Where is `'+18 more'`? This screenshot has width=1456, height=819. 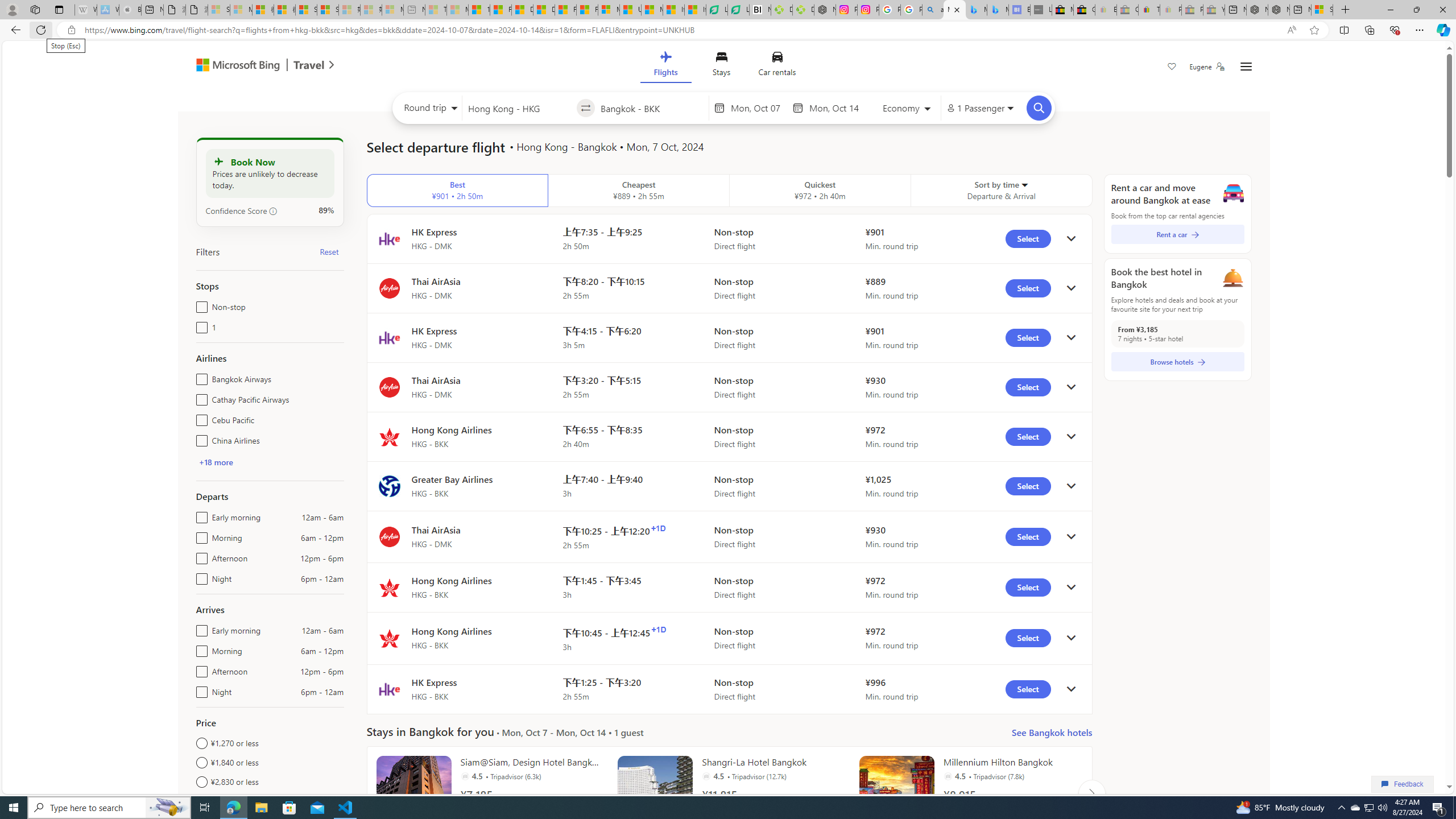 '+18 more' is located at coordinates (215, 461).